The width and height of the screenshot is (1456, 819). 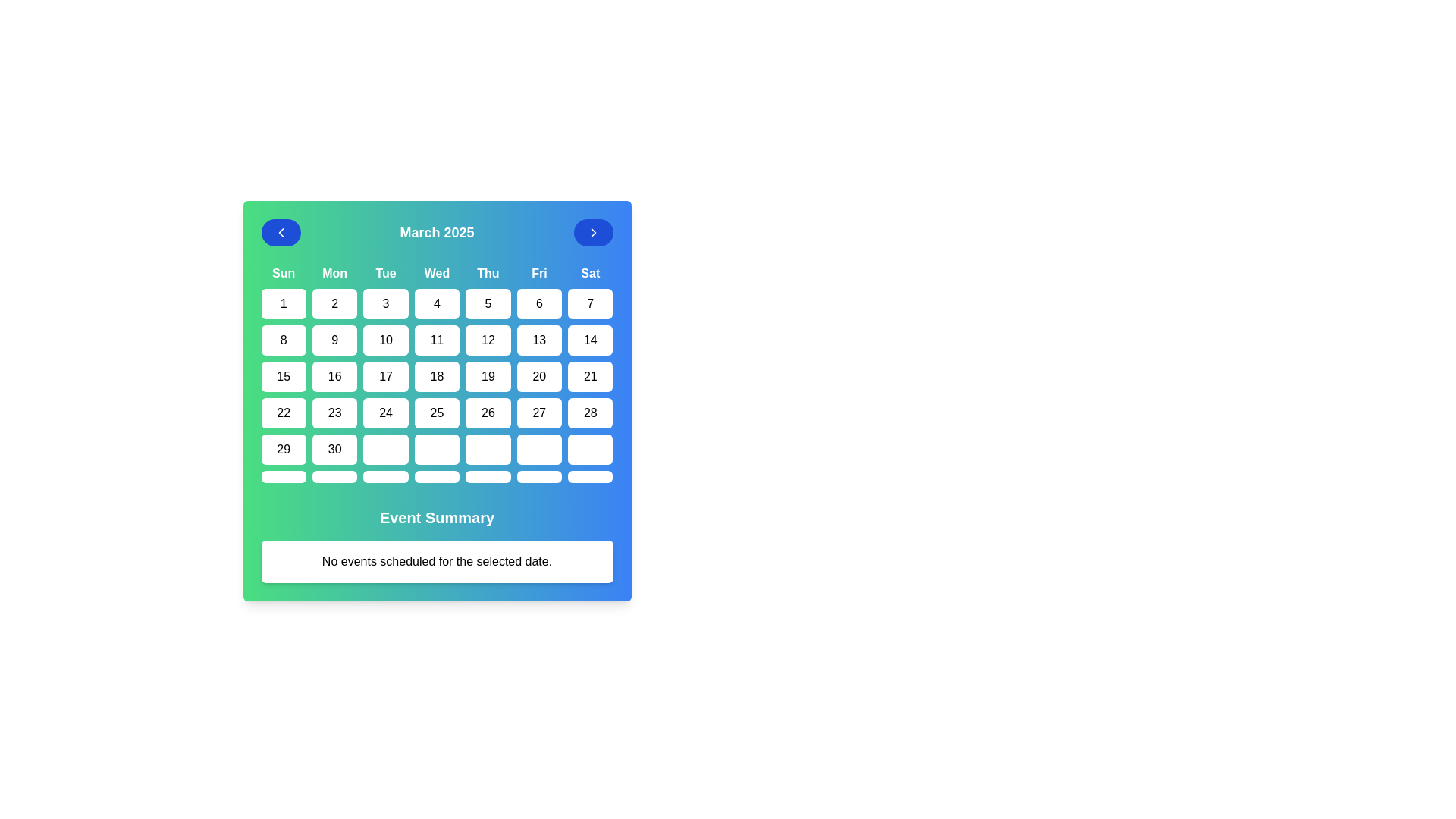 What do you see at coordinates (385, 413) in the screenshot?
I see `the button representing March 24, Tuesday in the calendar grid, which is the fourth cell from the left in the last week of March 2025` at bounding box center [385, 413].